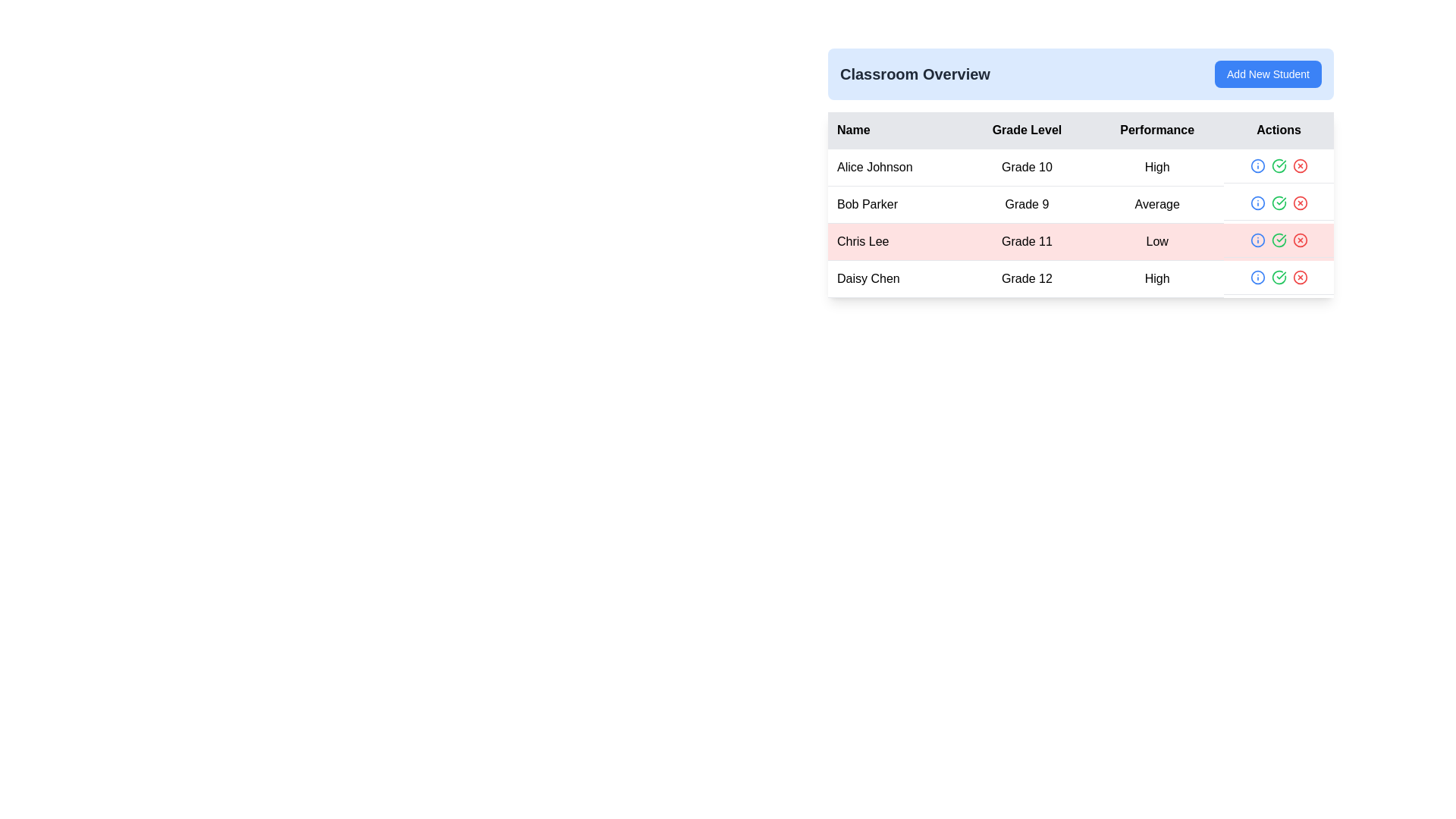 This screenshot has width=1456, height=819. Describe the element at coordinates (1156, 241) in the screenshot. I see `the Text label indicating the performance level of the student Chris Lee in Grade 11, located in the third row of the table under the 'Performance' column` at that location.